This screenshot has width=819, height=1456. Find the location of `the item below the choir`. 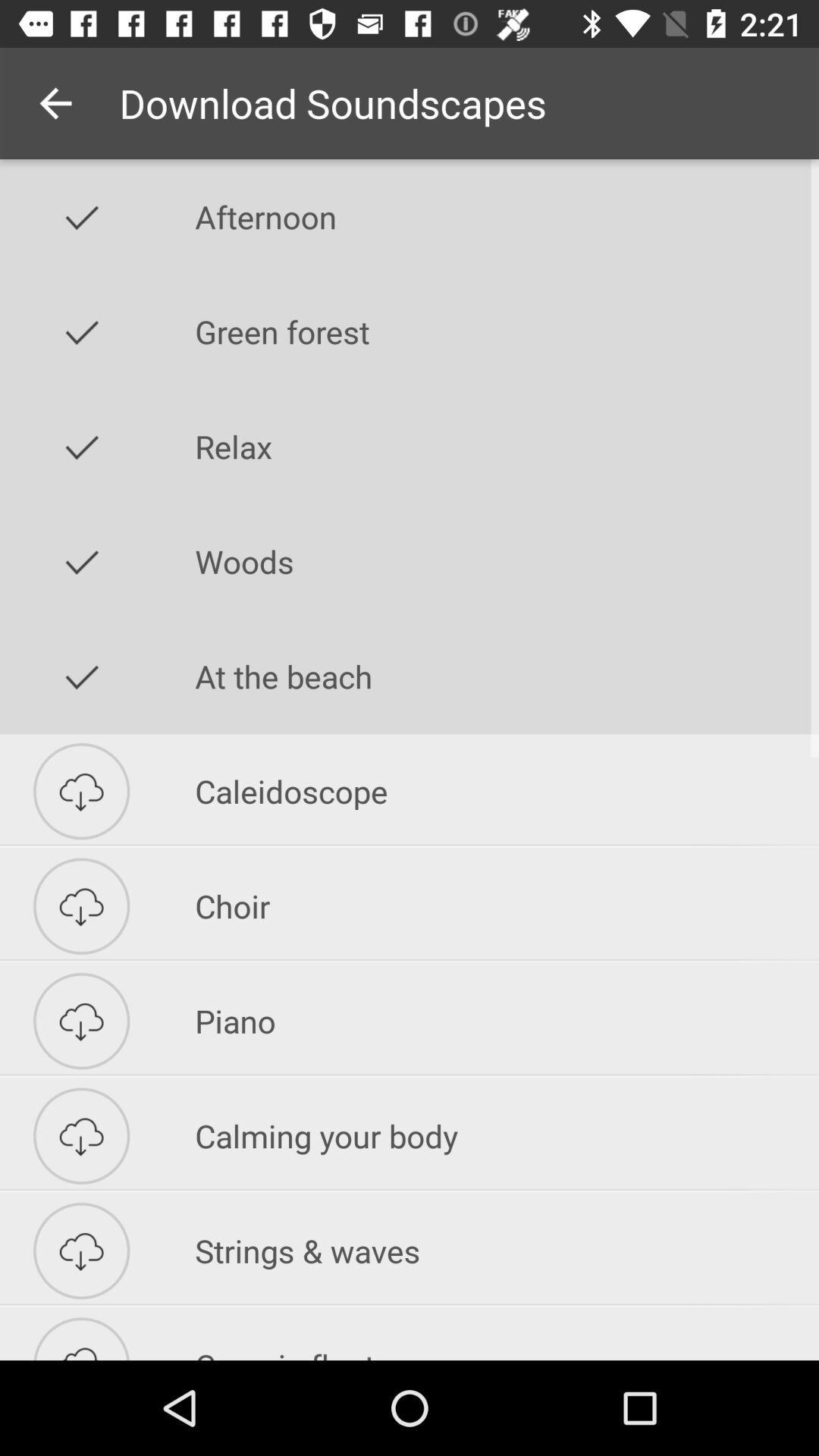

the item below the choir is located at coordinates (507, 1021).